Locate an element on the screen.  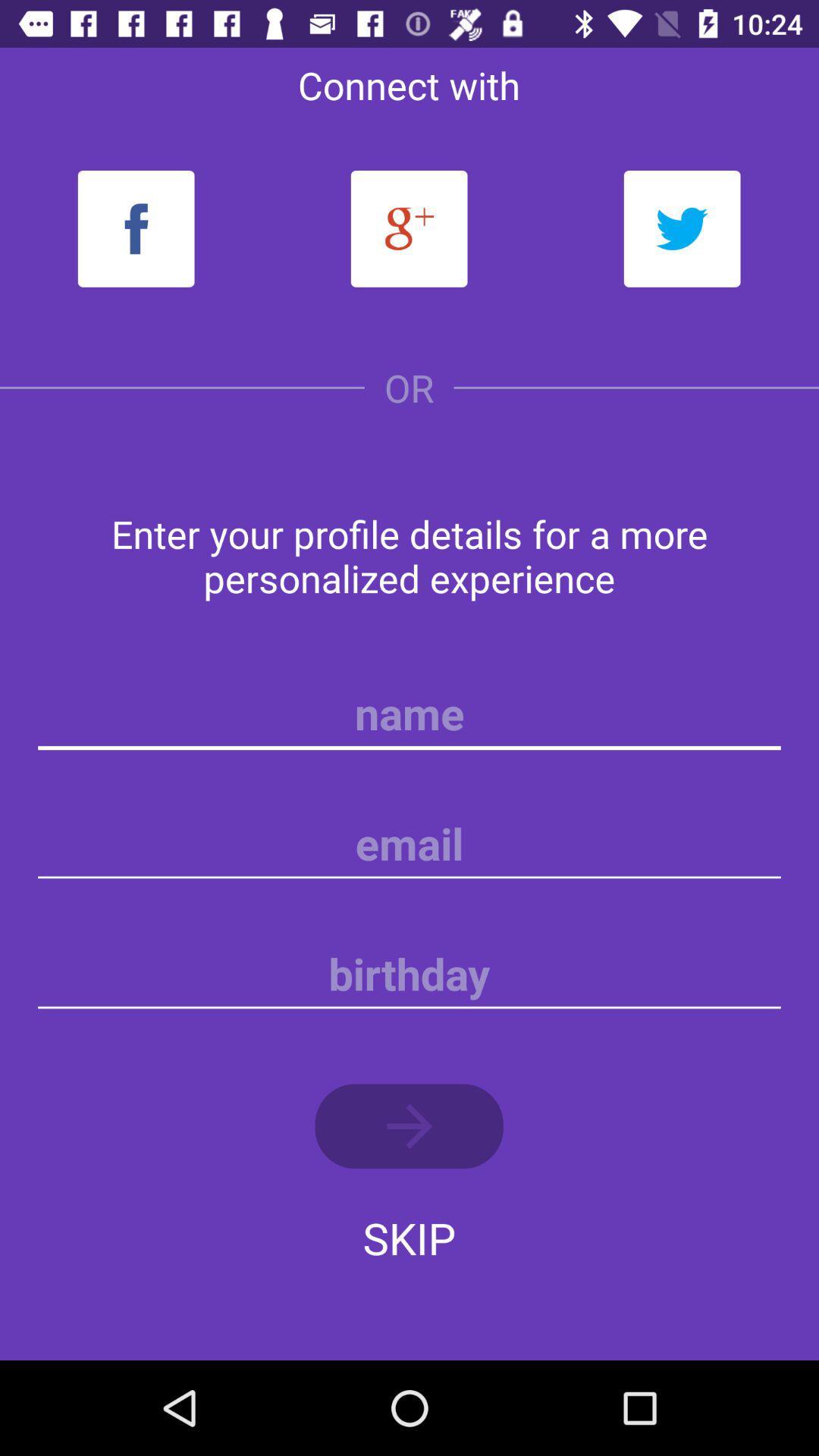
insert email is located at coordinates (409, 843).